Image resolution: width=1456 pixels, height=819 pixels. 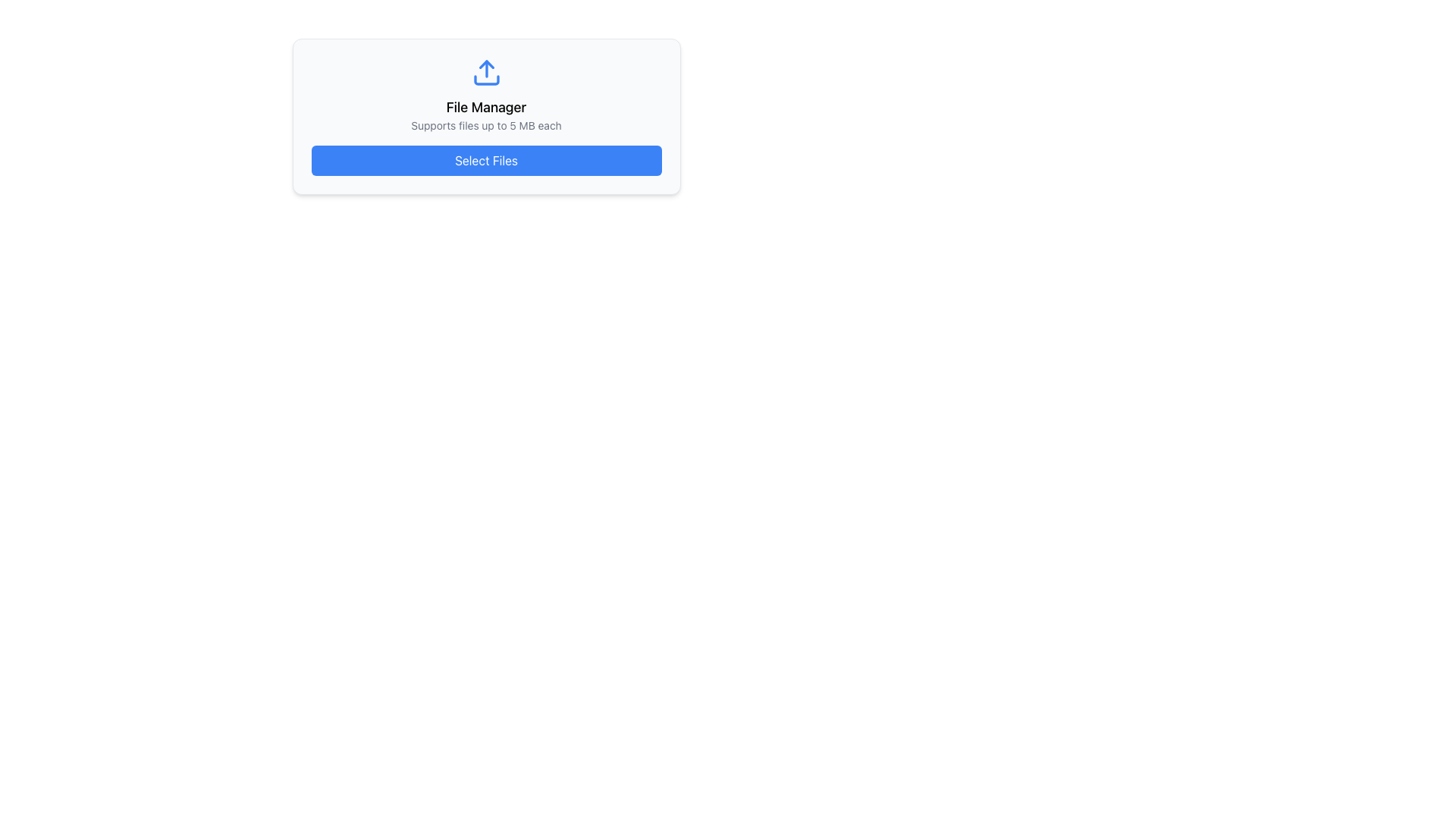 What do you see at coordinates (486, 64) in the screenshot?
I see `the triangular upload icon located at the center-top of the SVG upload interface` at bounding box center [486, 64].